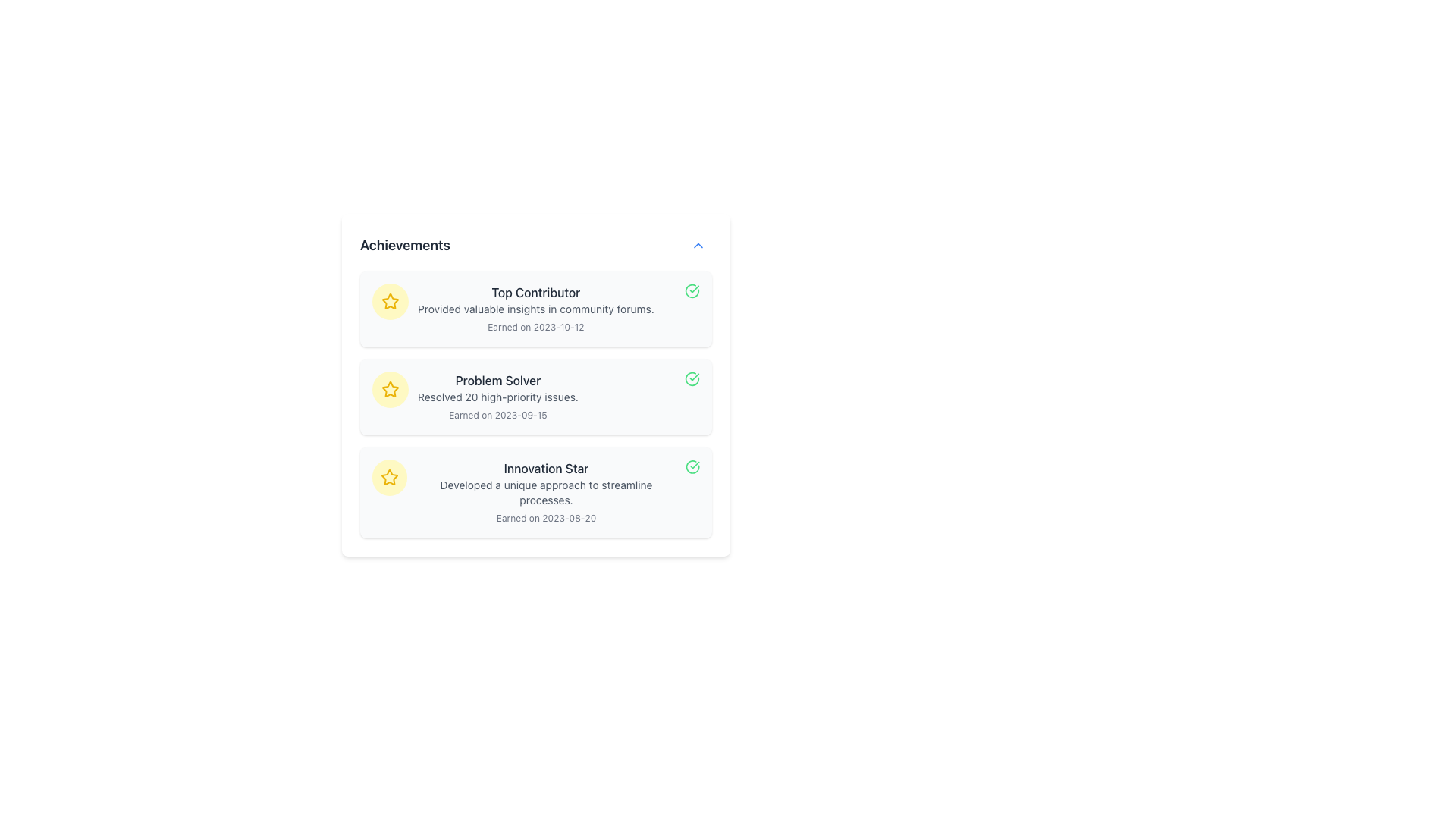 Image resolution: width=1456 pixels, height=819 pixels. I want to click on the 'Innovation Star' informational card, which is the third item in a vertical list of achievement cards below the 'Problem Solver' card, so click(535, 493).